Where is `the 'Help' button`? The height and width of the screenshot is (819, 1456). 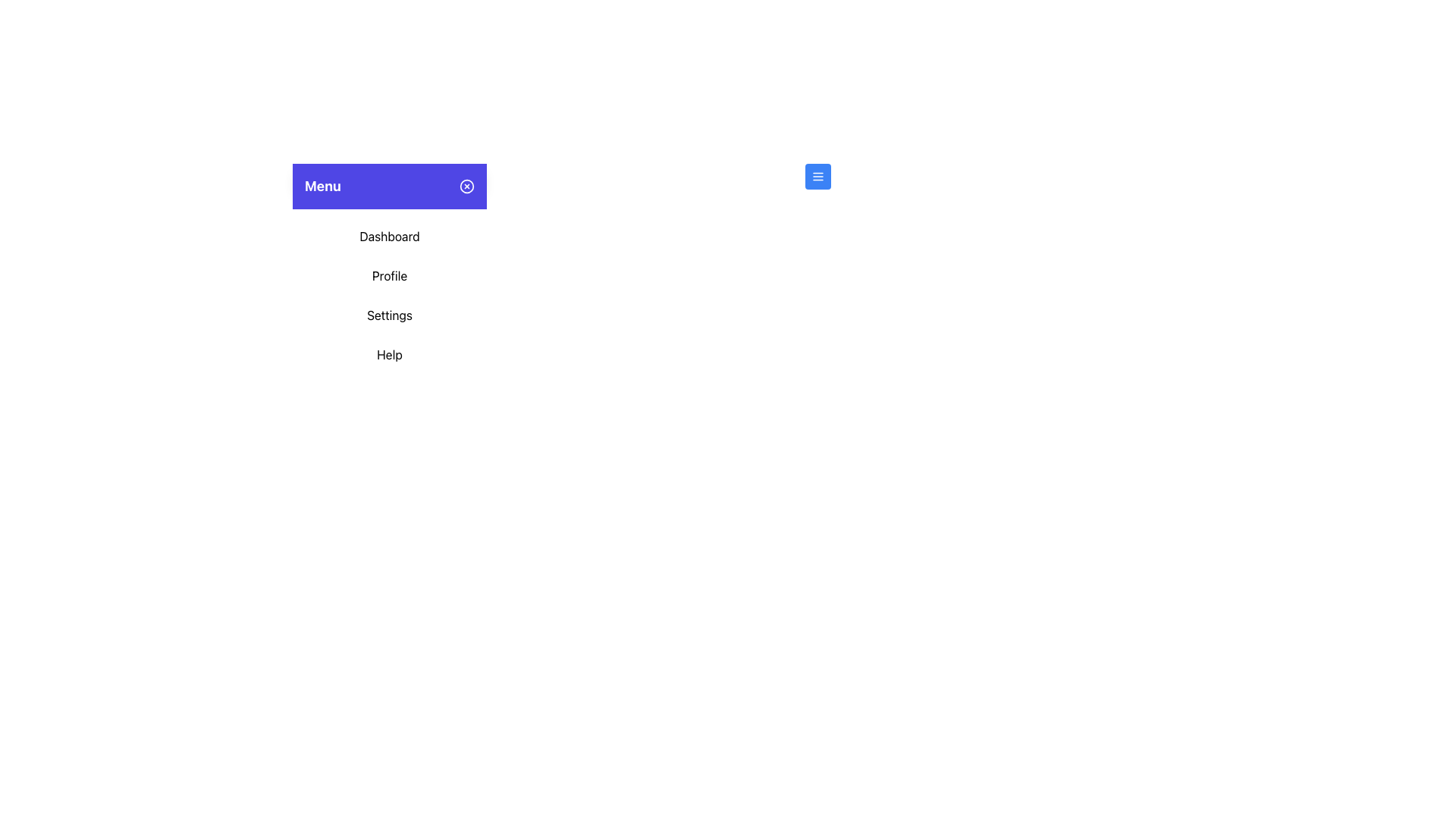
the 'Help' button is located at coordinates (389, 354).